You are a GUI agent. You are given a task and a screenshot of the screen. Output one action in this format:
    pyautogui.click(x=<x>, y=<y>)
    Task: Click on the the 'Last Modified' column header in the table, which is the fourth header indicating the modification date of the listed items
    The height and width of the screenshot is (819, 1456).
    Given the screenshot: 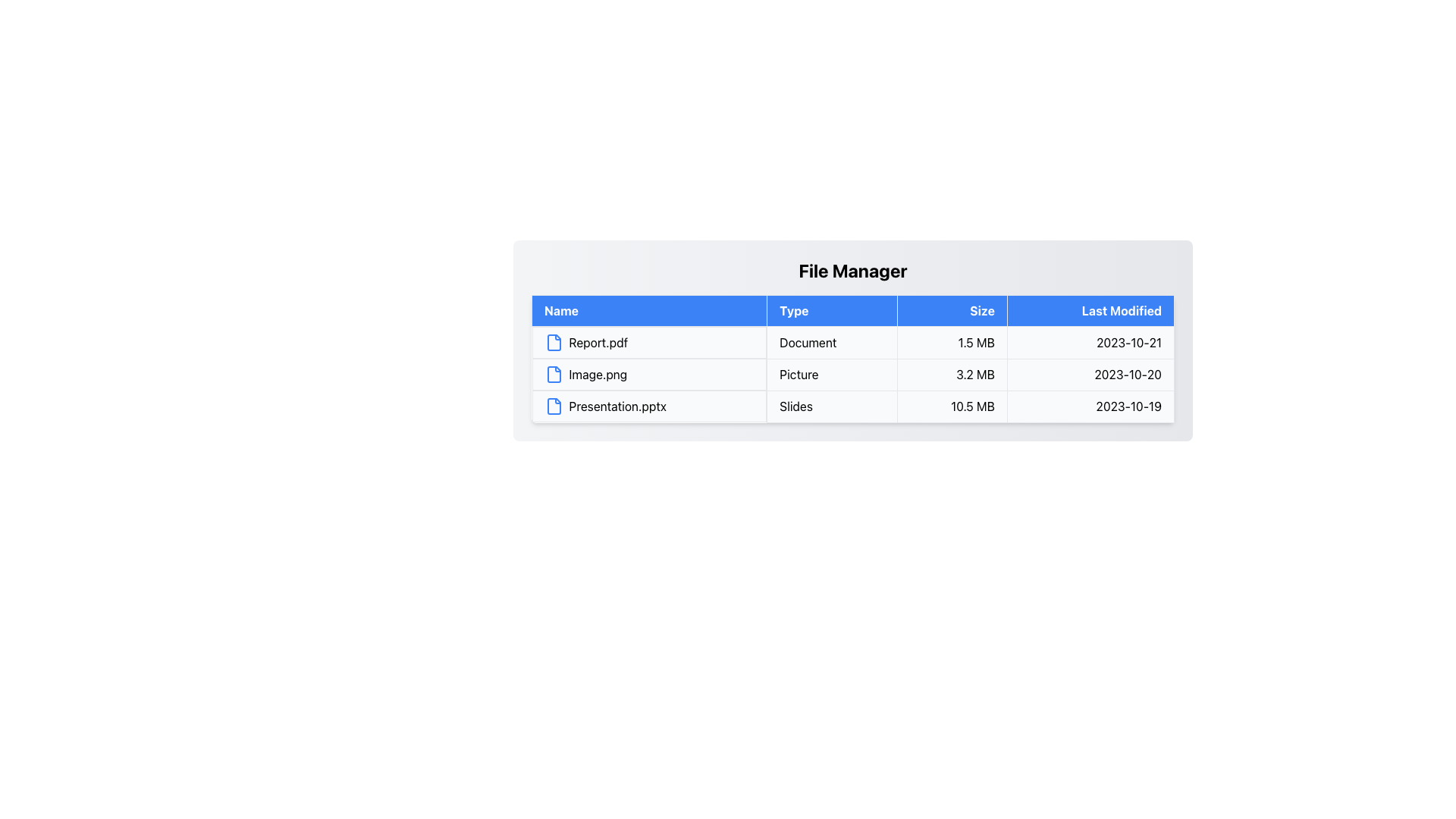 What is the action you would take?
    pyautogui.click(x=1090, y=309)
    